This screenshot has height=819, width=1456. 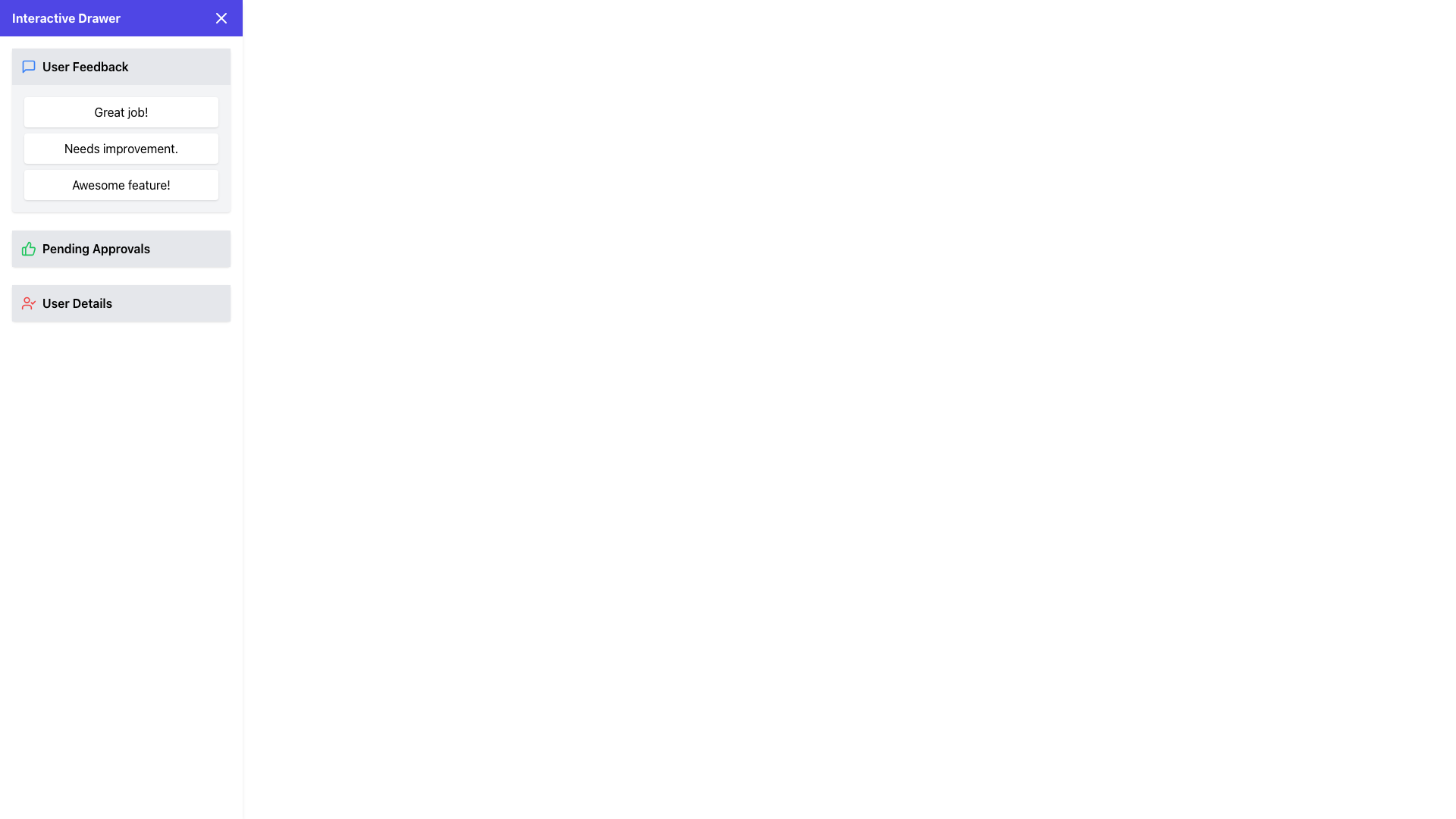 I want to click on the user figure icon with a checkmark next to the 'User Details' label, which is styled in red and located in the bottom-left section of the visible panel, so click(x=29, y=303).